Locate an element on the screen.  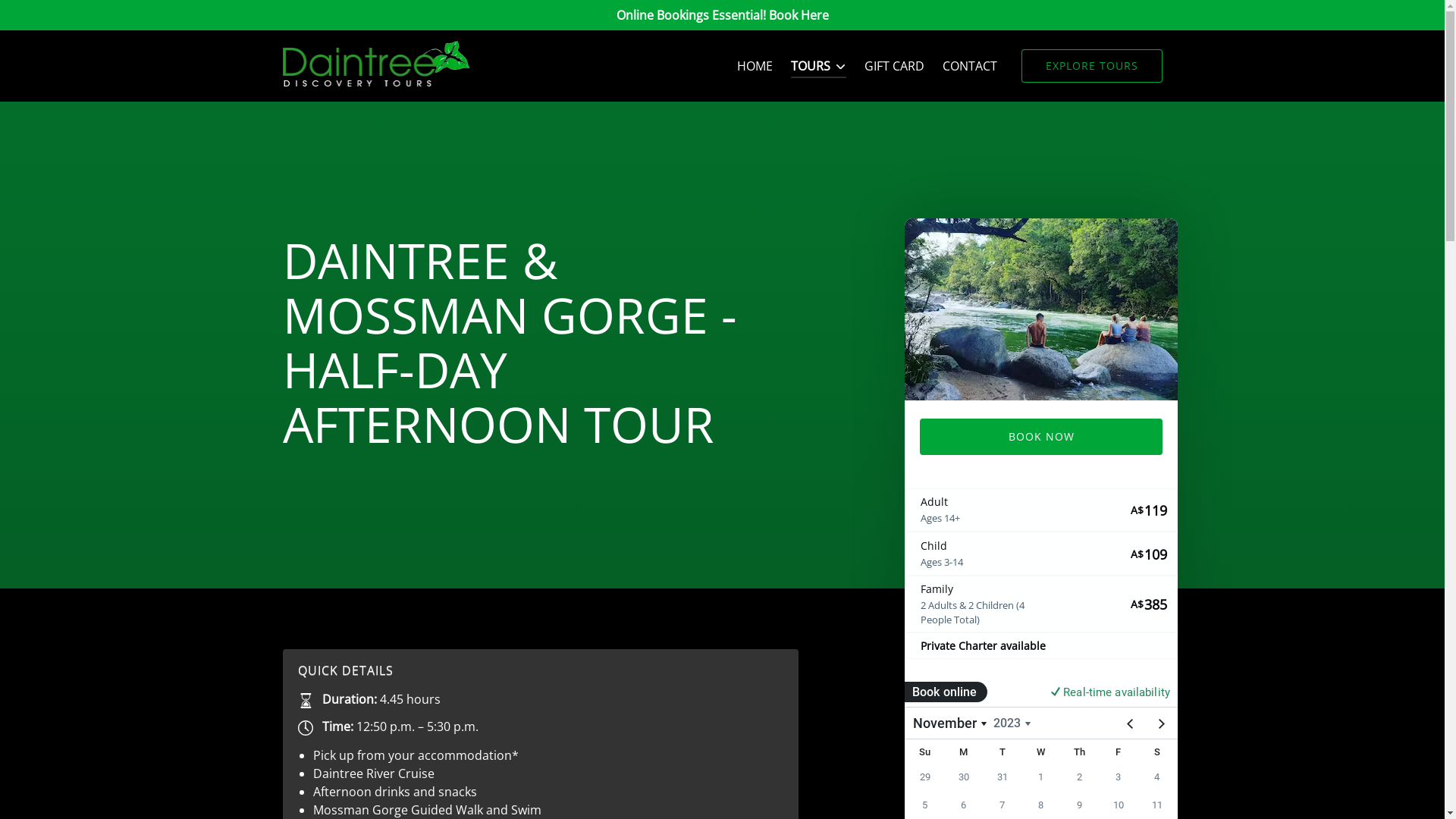
'EXPLORE TOURS' is located at coordinates (1020, 65).